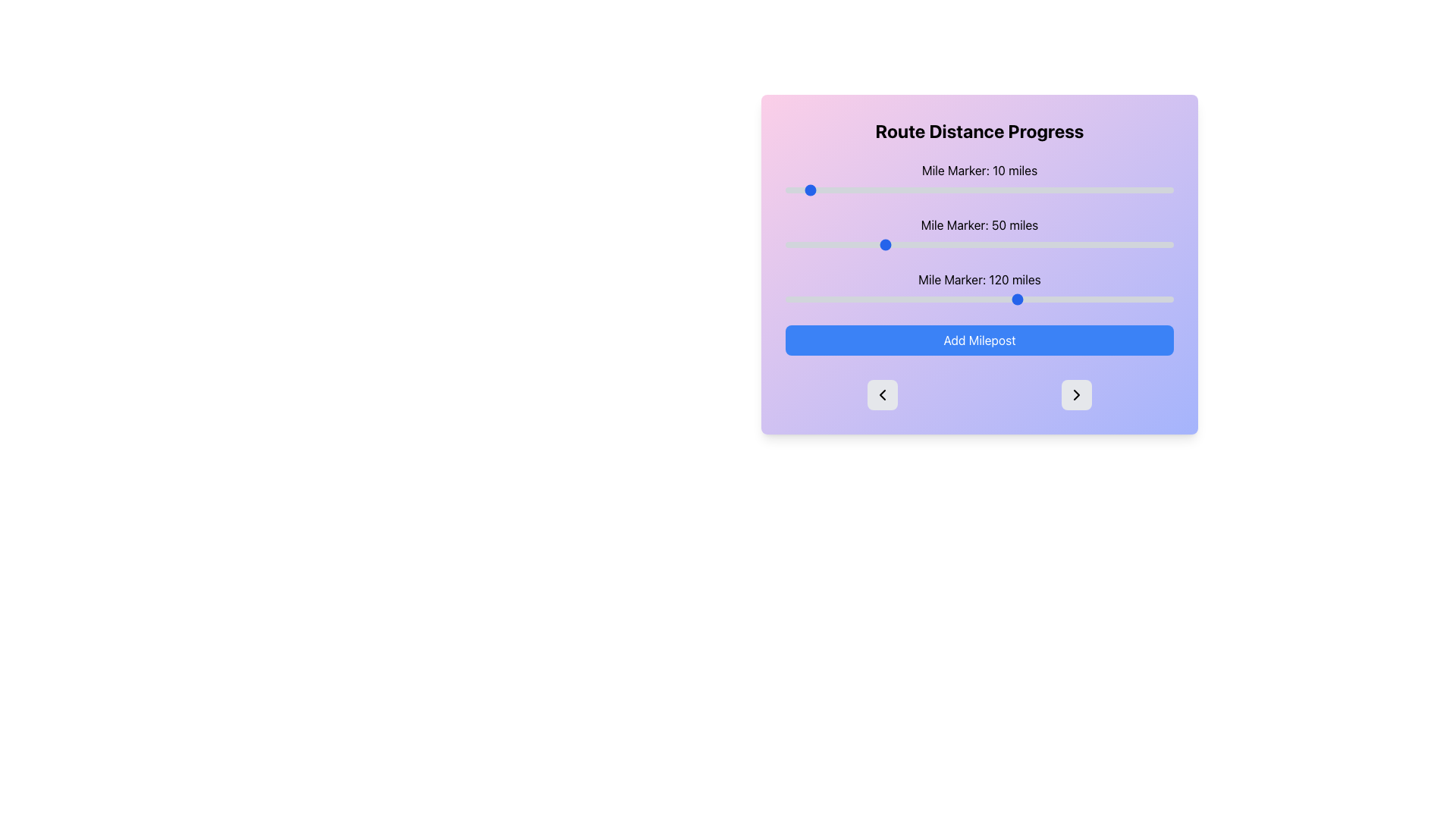 The height and width of the screenshot is (819, 1456). I want to click on the right-facing chevron icon embedded in the gray rounded rectangular button to trigger a visual response, so click(1076, 394).